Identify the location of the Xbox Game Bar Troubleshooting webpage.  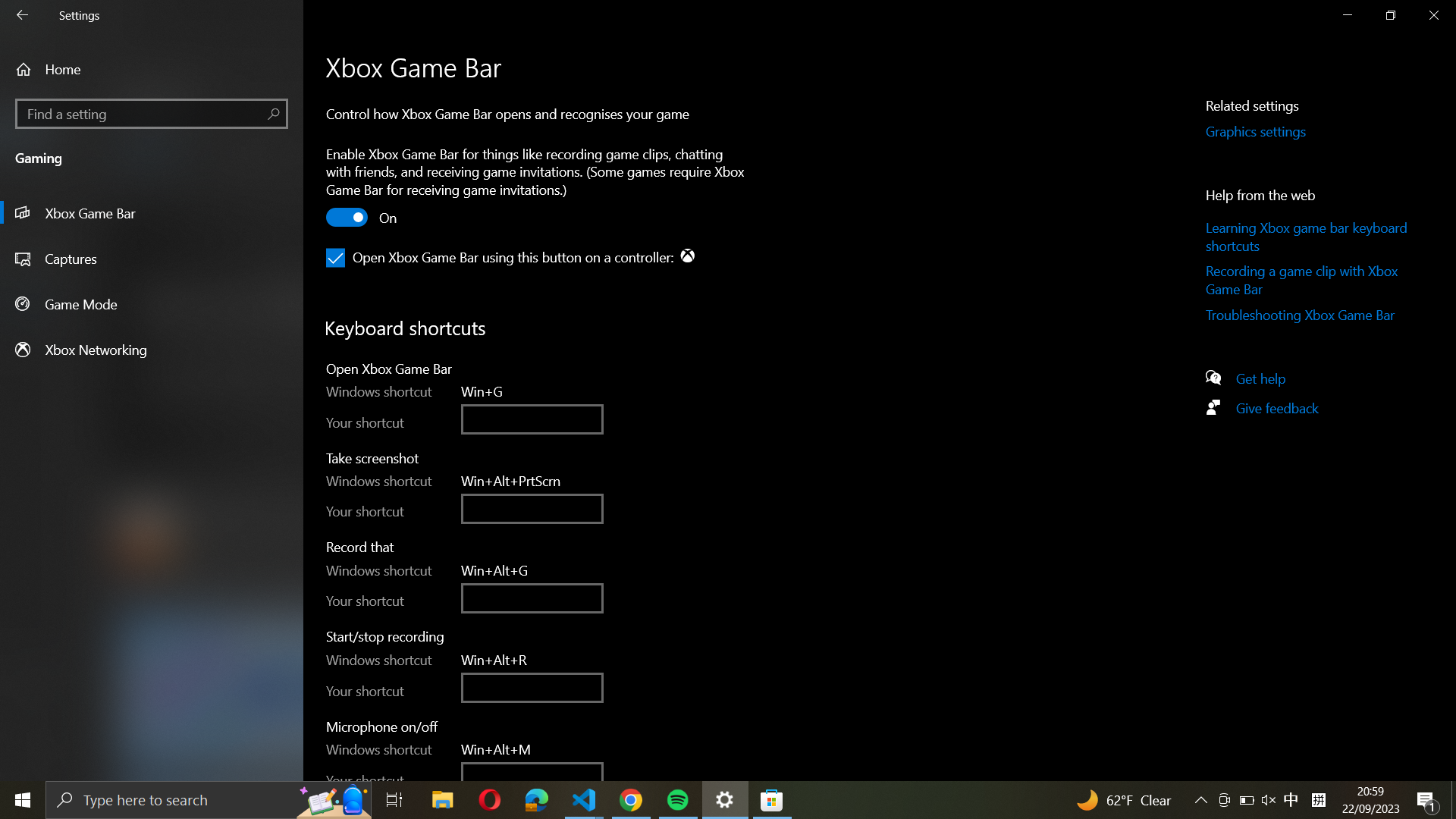
(1309, 317).